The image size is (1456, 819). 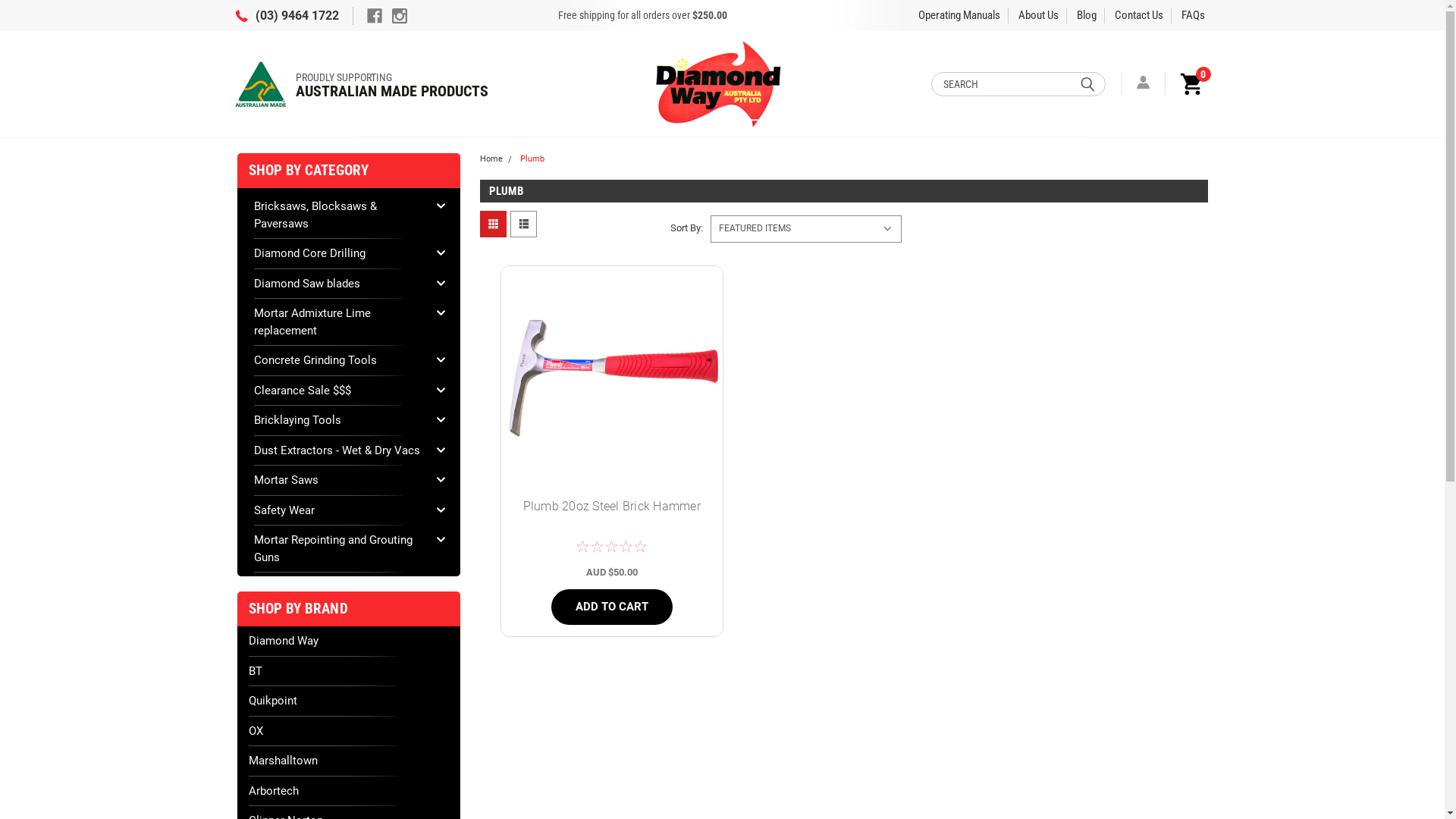 What do you see at coordinates (1192, 14) in the screenshot?
I see `'FAQs'` at bounding box center [1192, 14].